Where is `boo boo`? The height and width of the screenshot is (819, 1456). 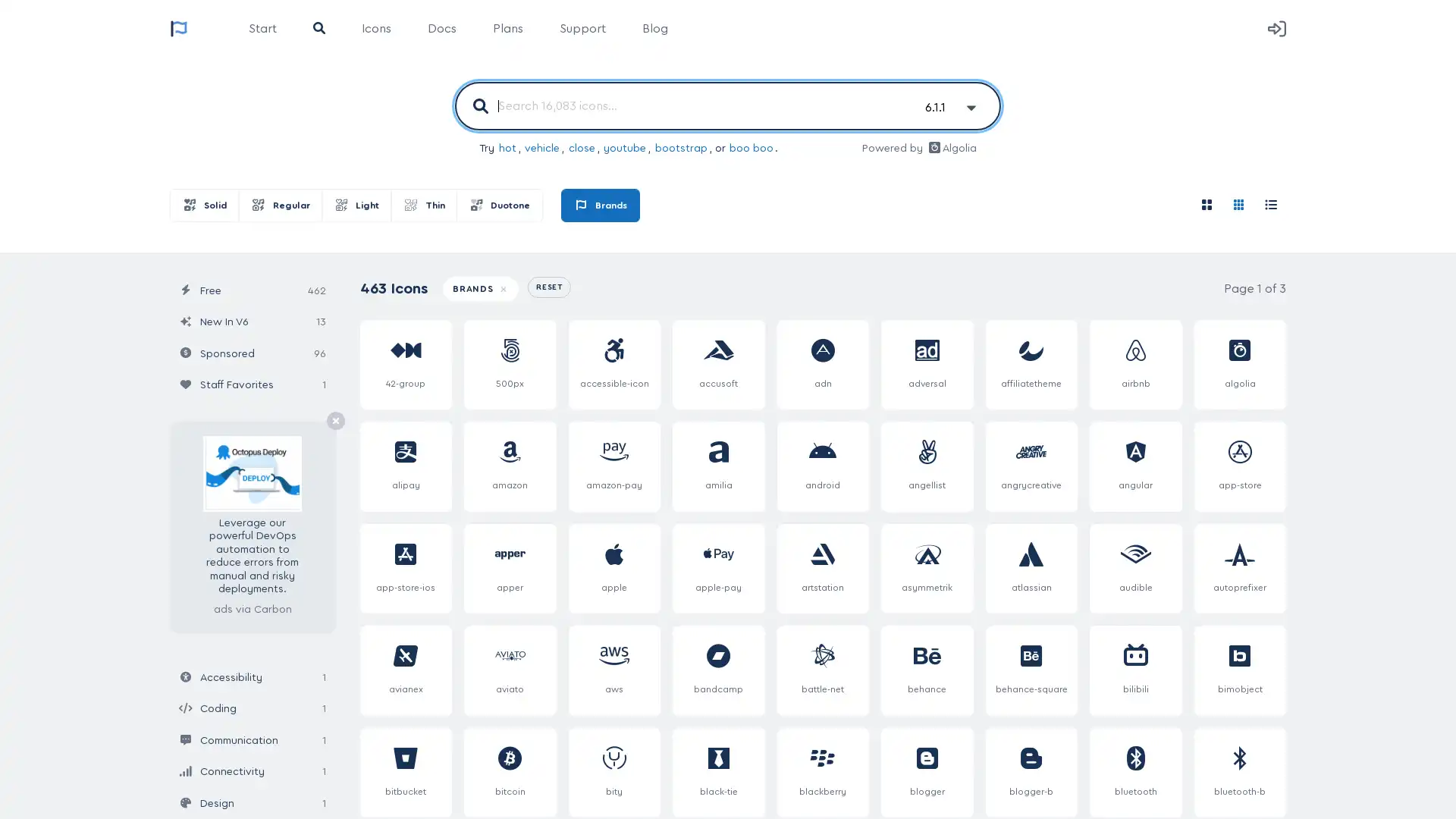 boo boo is located at coordinates (751, 149).